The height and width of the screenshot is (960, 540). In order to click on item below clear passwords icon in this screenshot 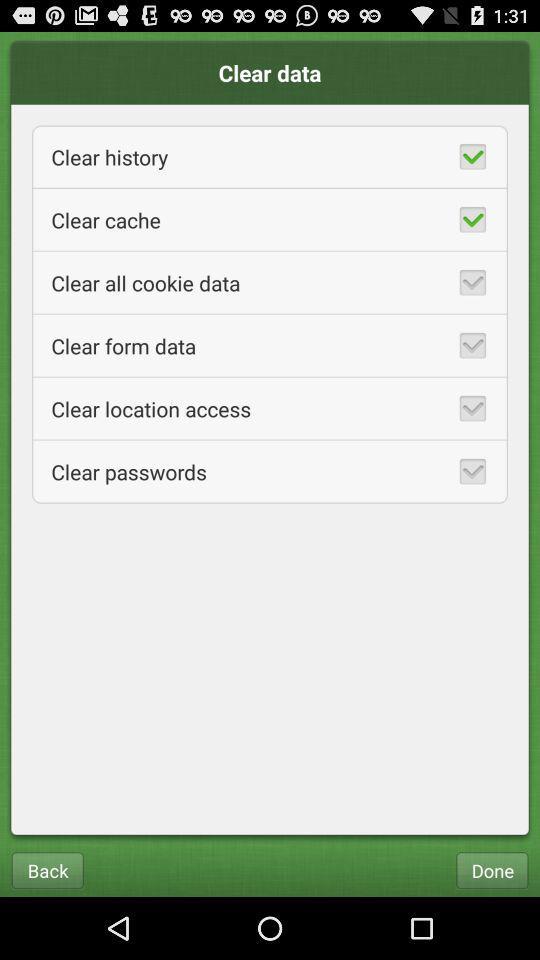, I will do `click(47, 869)`.